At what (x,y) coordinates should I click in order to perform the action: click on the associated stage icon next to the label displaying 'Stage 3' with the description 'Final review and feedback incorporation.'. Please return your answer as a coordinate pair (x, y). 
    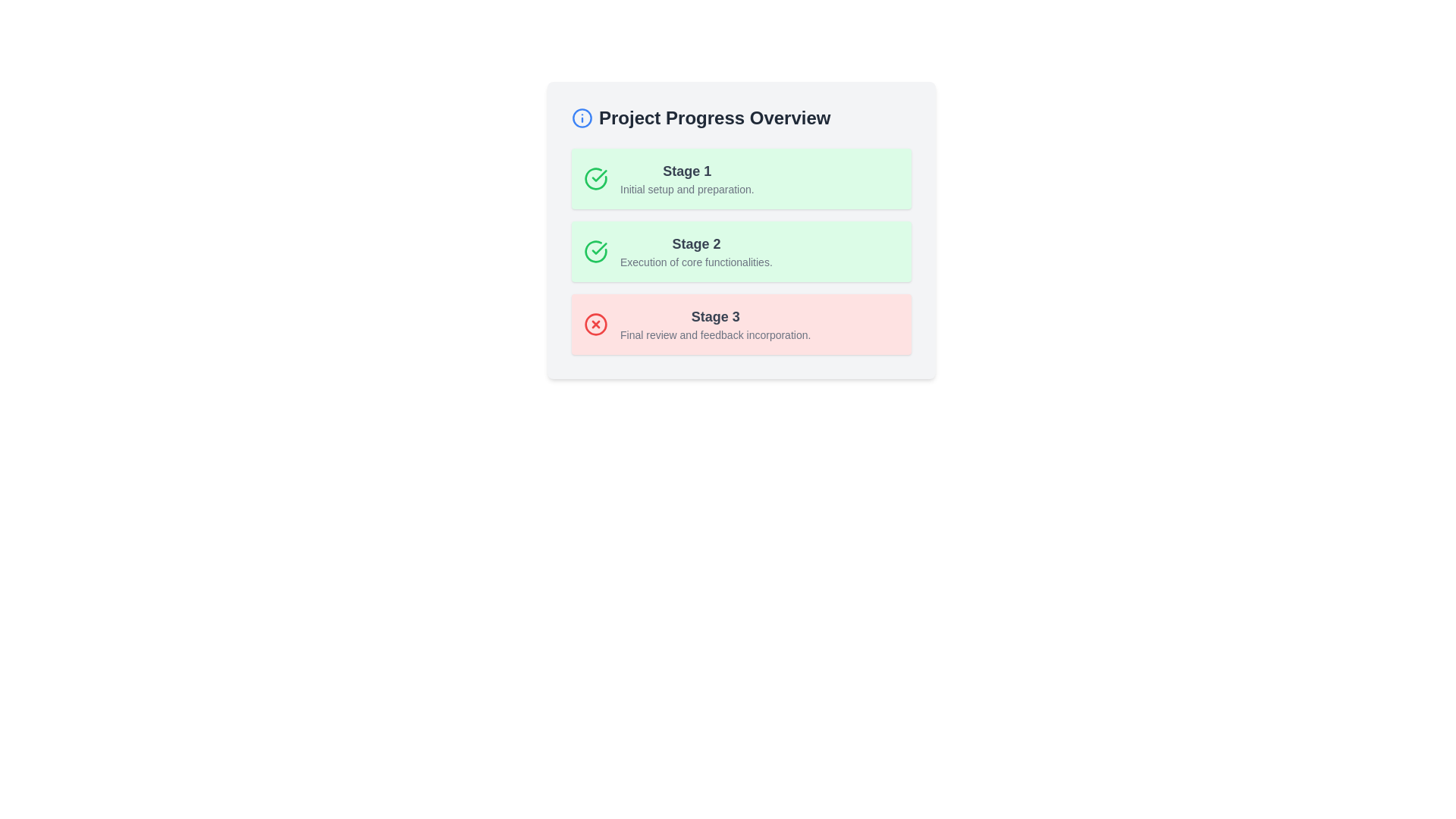
    Looking at the image, I should click on (714, 324).